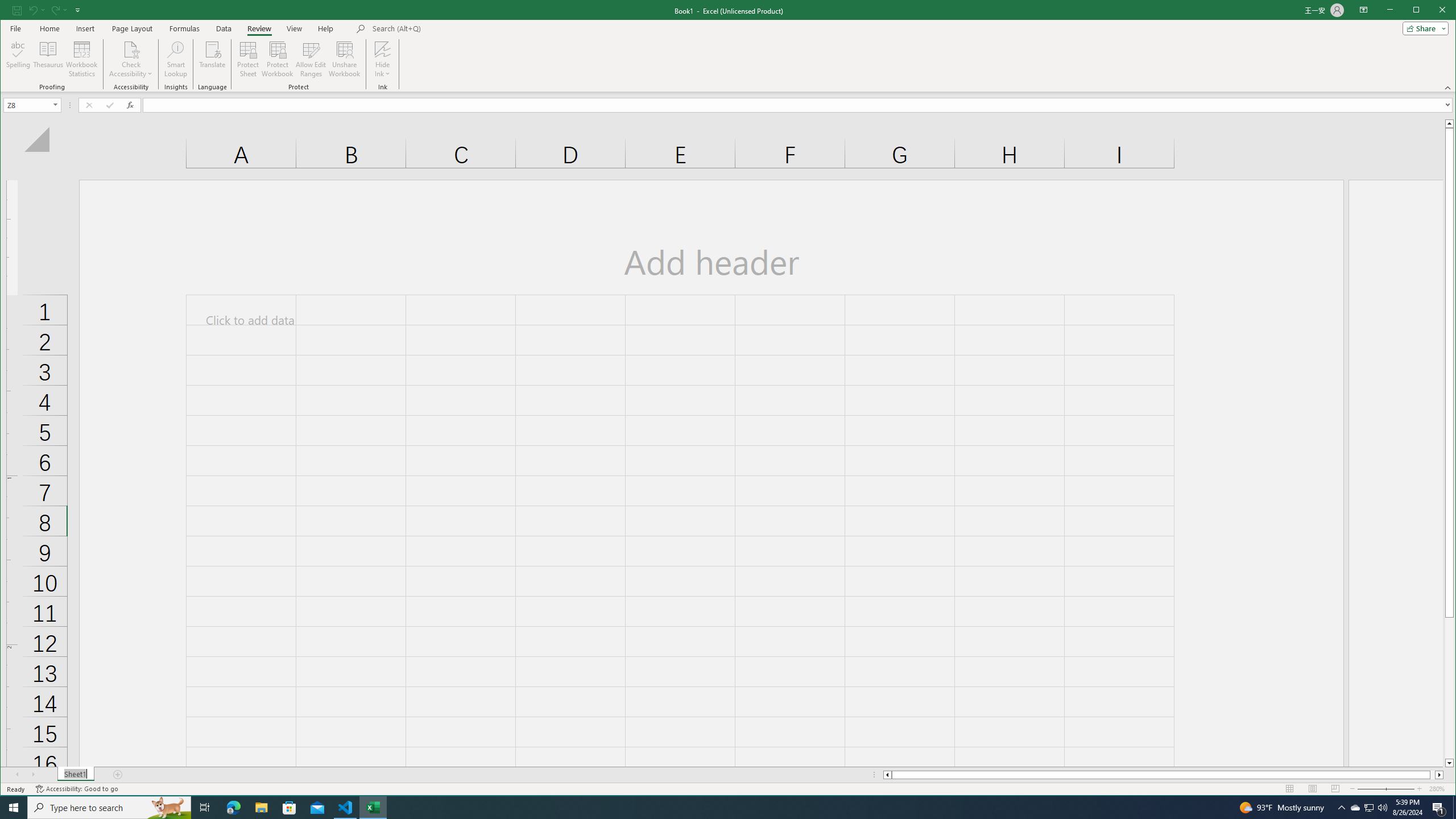 The height and width of the screenshot is (819, 1456). What do you see at coordinates (1384, 788) in the screenshot?
I see `'Zoom'` at bounding box center [1384, 788].